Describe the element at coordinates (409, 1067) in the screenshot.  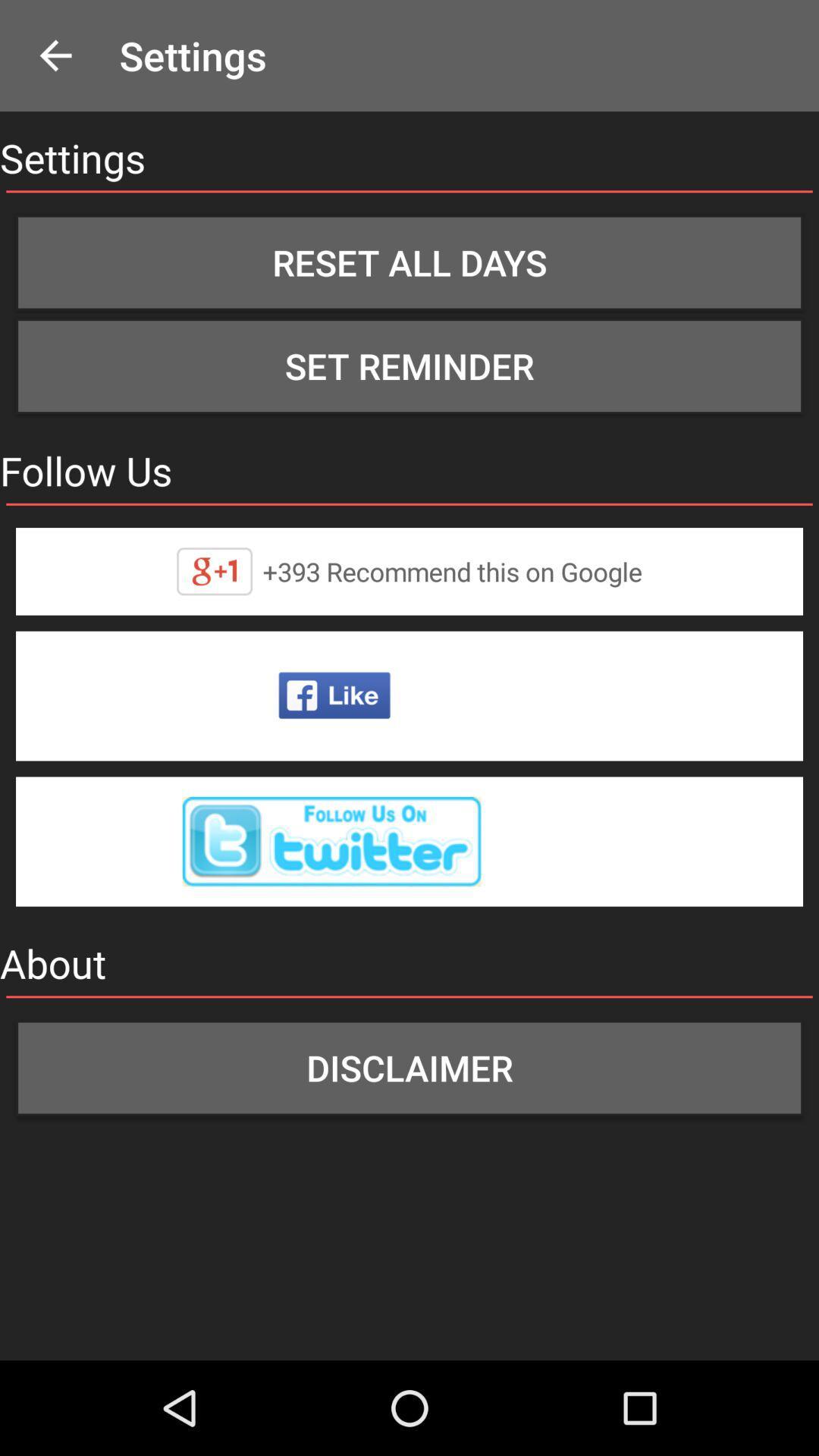
I see `the disclaimer item` at that location.